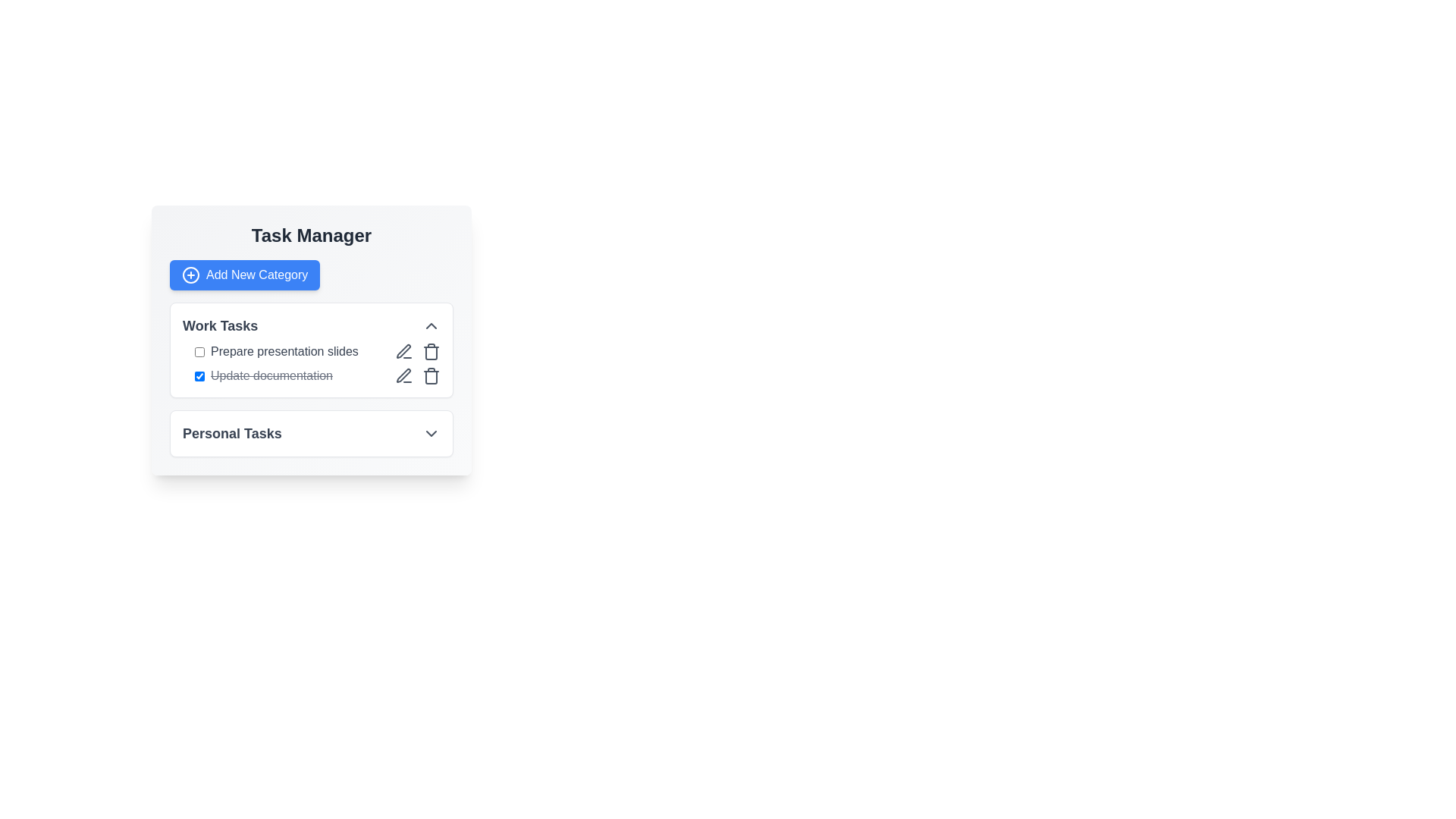 This screenshot has height=819, width=1456. What do you see at coordinates (431, 325) in the screenshot?
I see `the Toggle control, which is a small triangle pointing upwards located at the right end of the 'Work Tasks' section in the 'Task Manager' interface` at bounding box center [431, 325].